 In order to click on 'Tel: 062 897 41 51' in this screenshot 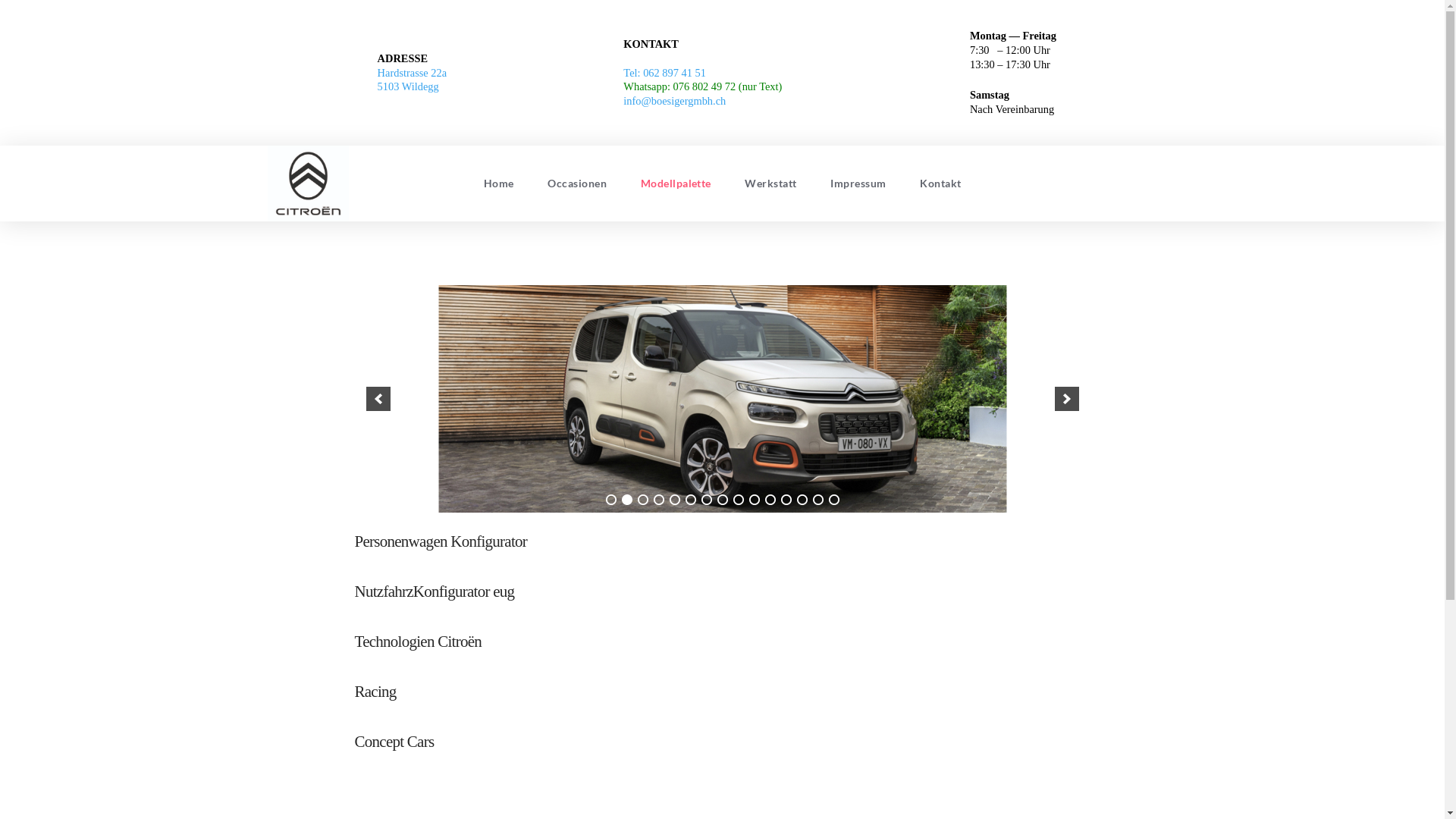, I will do `click(664, 73)`.